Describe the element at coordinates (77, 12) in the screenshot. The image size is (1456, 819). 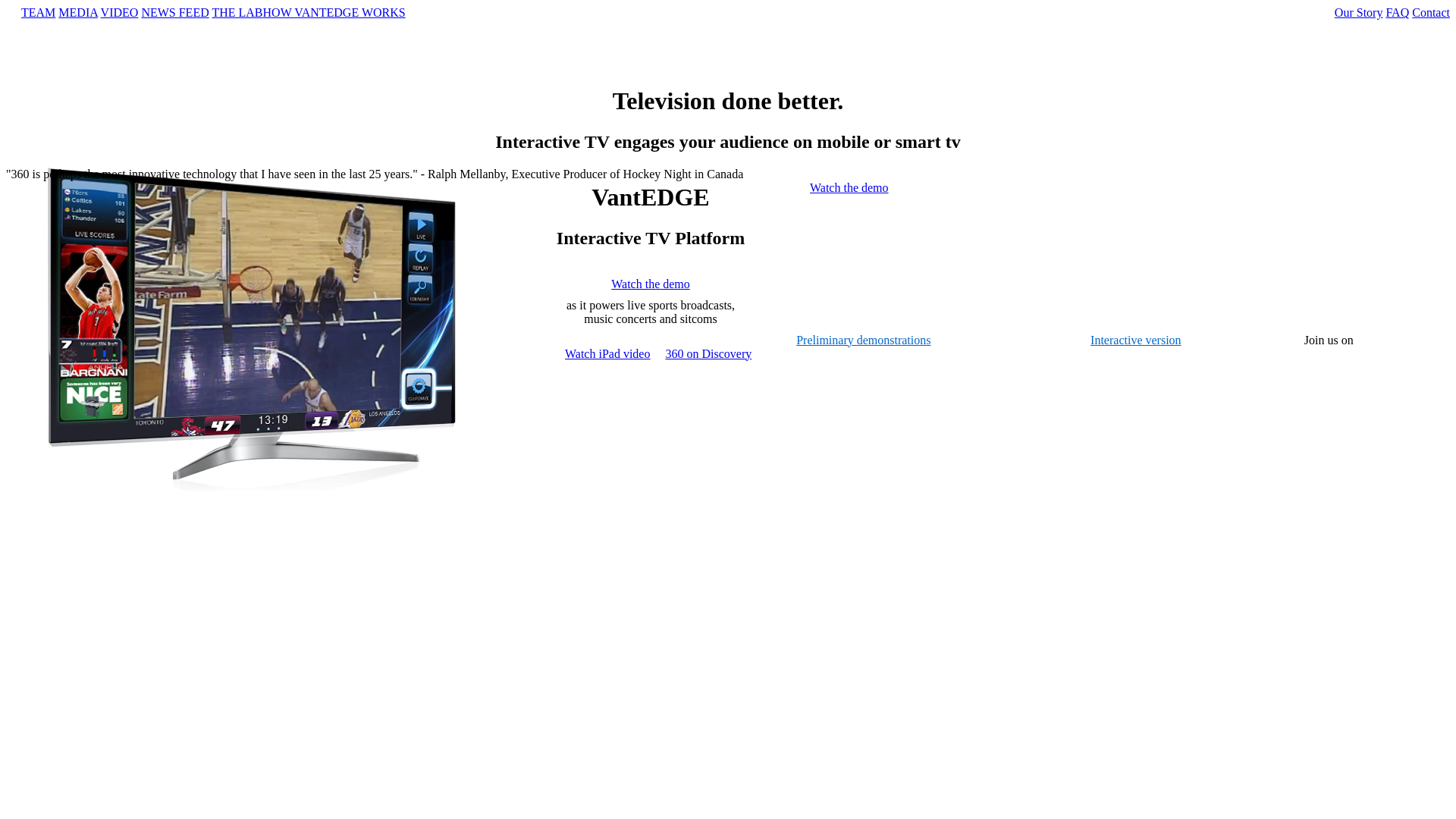
I see `'MEDIA'` at that location.